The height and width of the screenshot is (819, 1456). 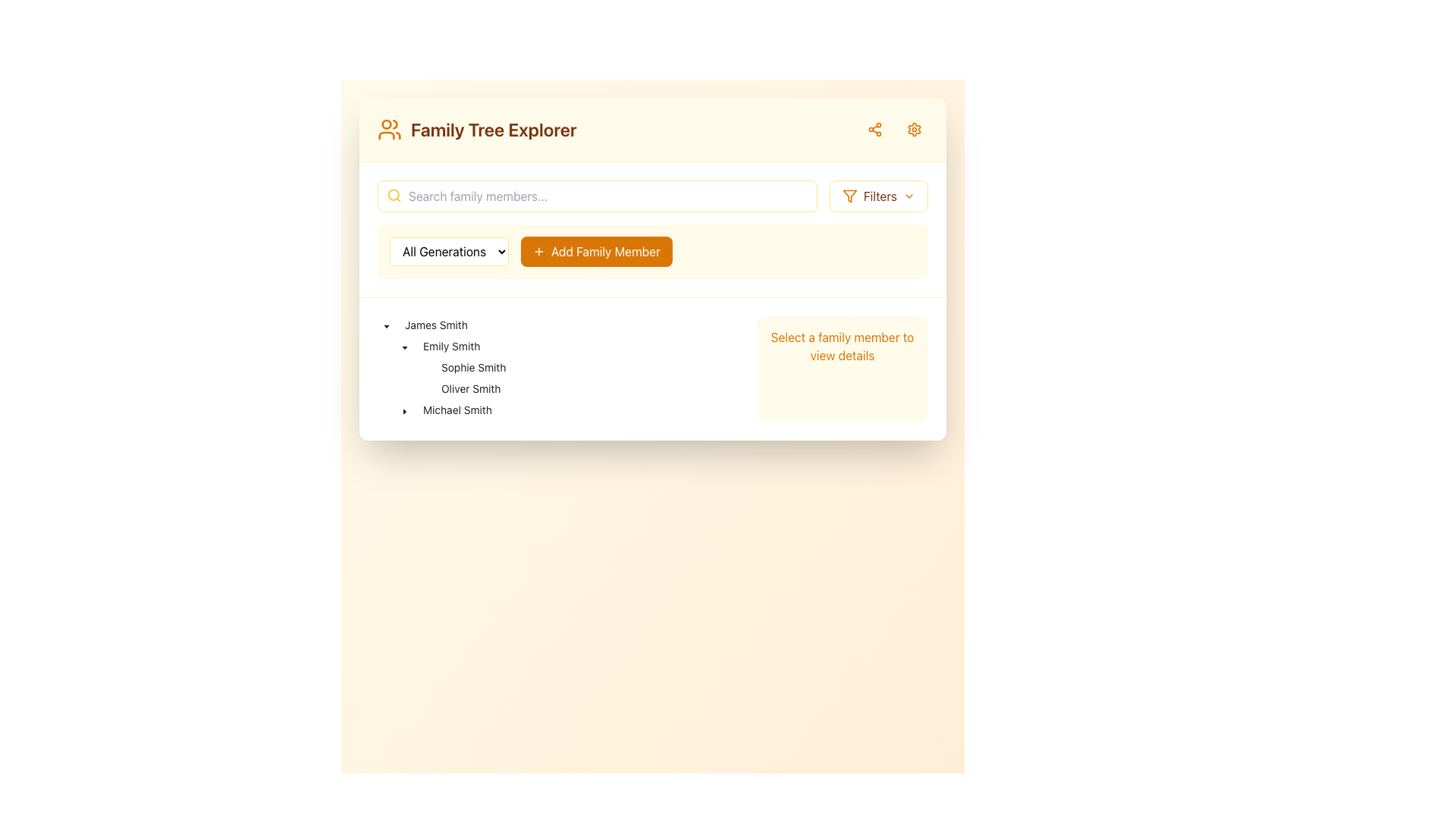 I want to click on the center of the gear/settings icon located near the top-right corner of the user interface, so click(x=913, y=128).